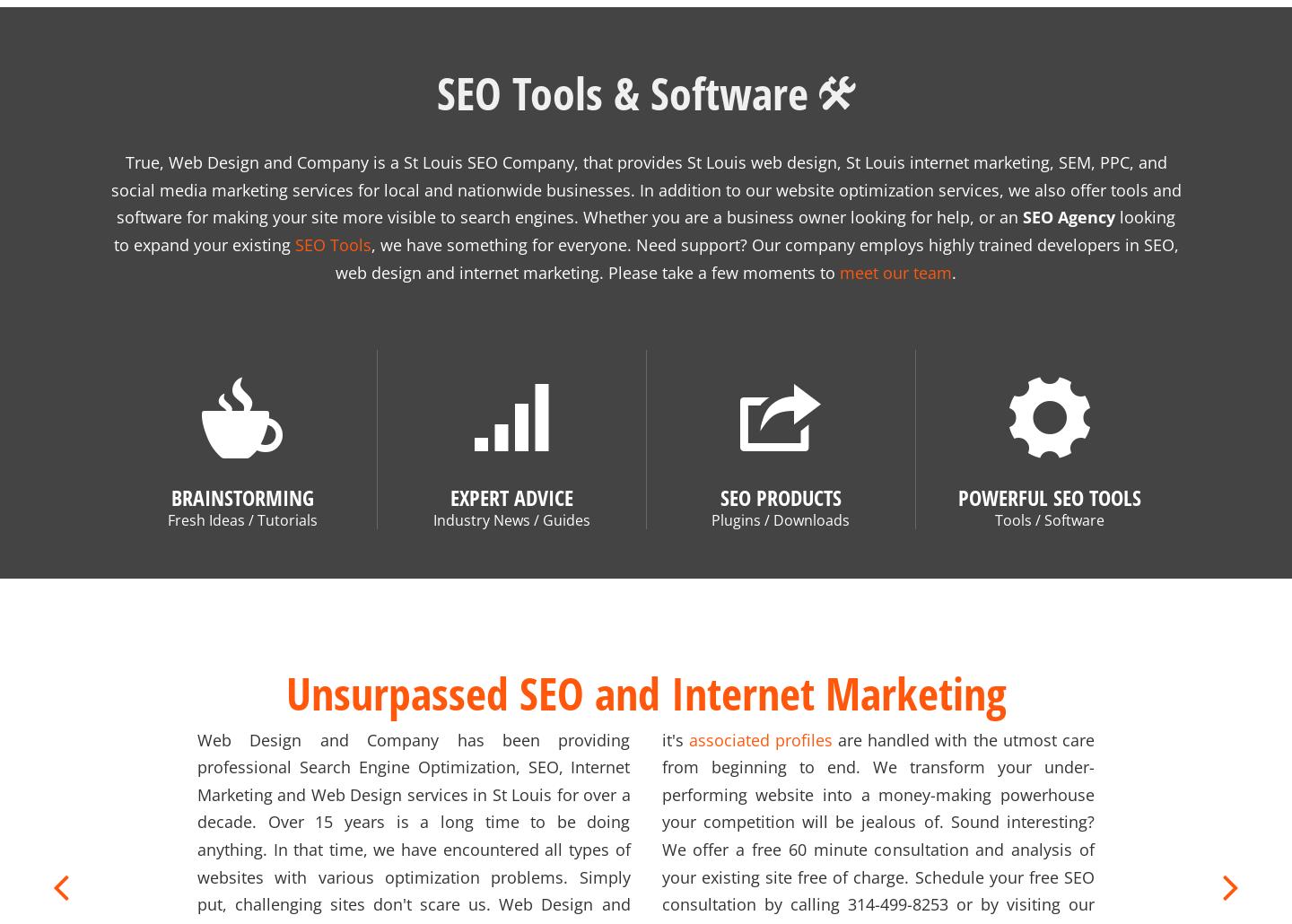 This screenshot has width=1292, height=924. What do you see at coordinates (294, 222) in the screenshot?
I see `'SEO Tools'` at bounding box center [294, 222].